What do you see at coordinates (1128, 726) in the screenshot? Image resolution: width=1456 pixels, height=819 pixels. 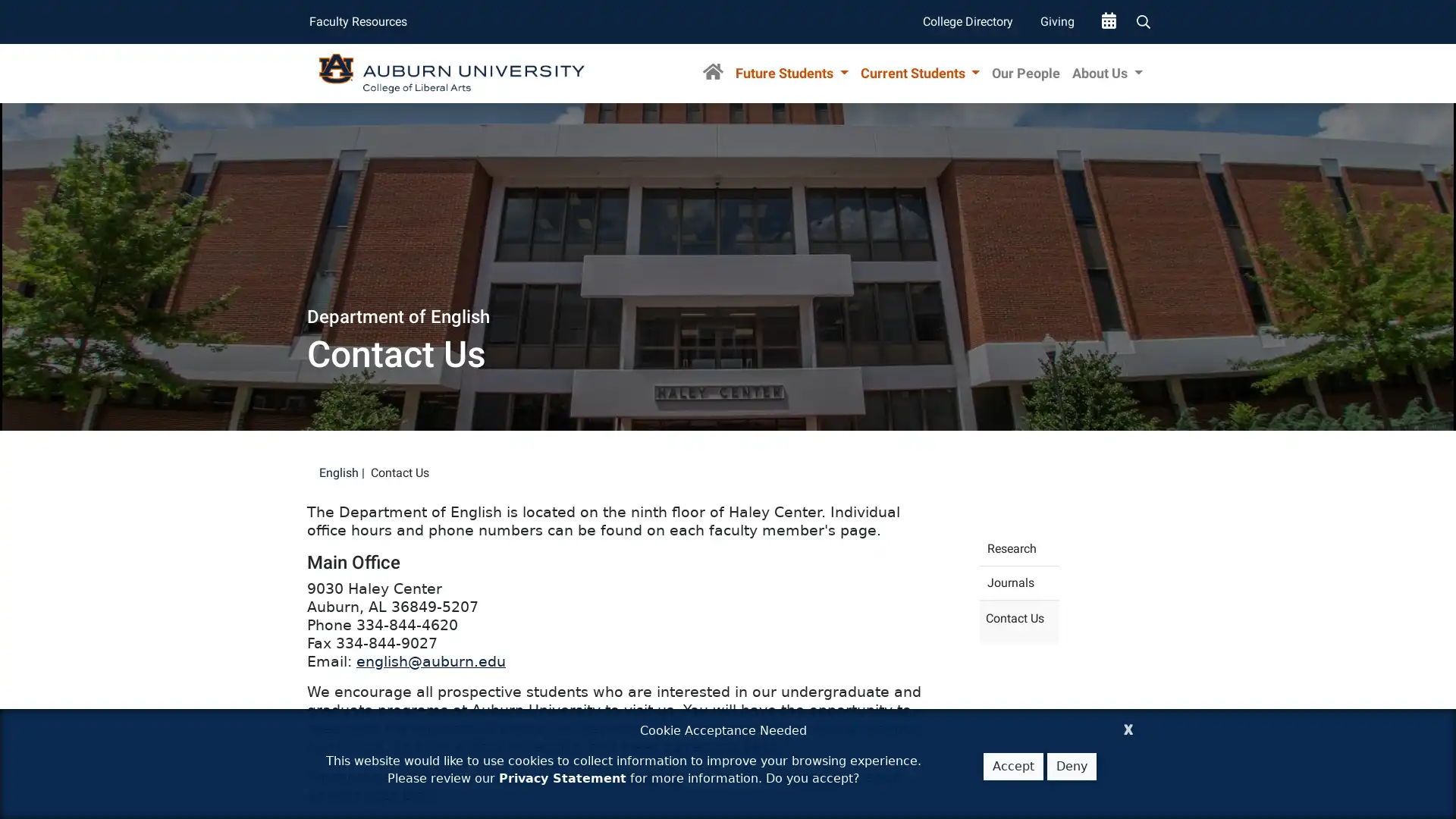 I see `Close Cookie Acceptance` at bounding box center [1128, 726].